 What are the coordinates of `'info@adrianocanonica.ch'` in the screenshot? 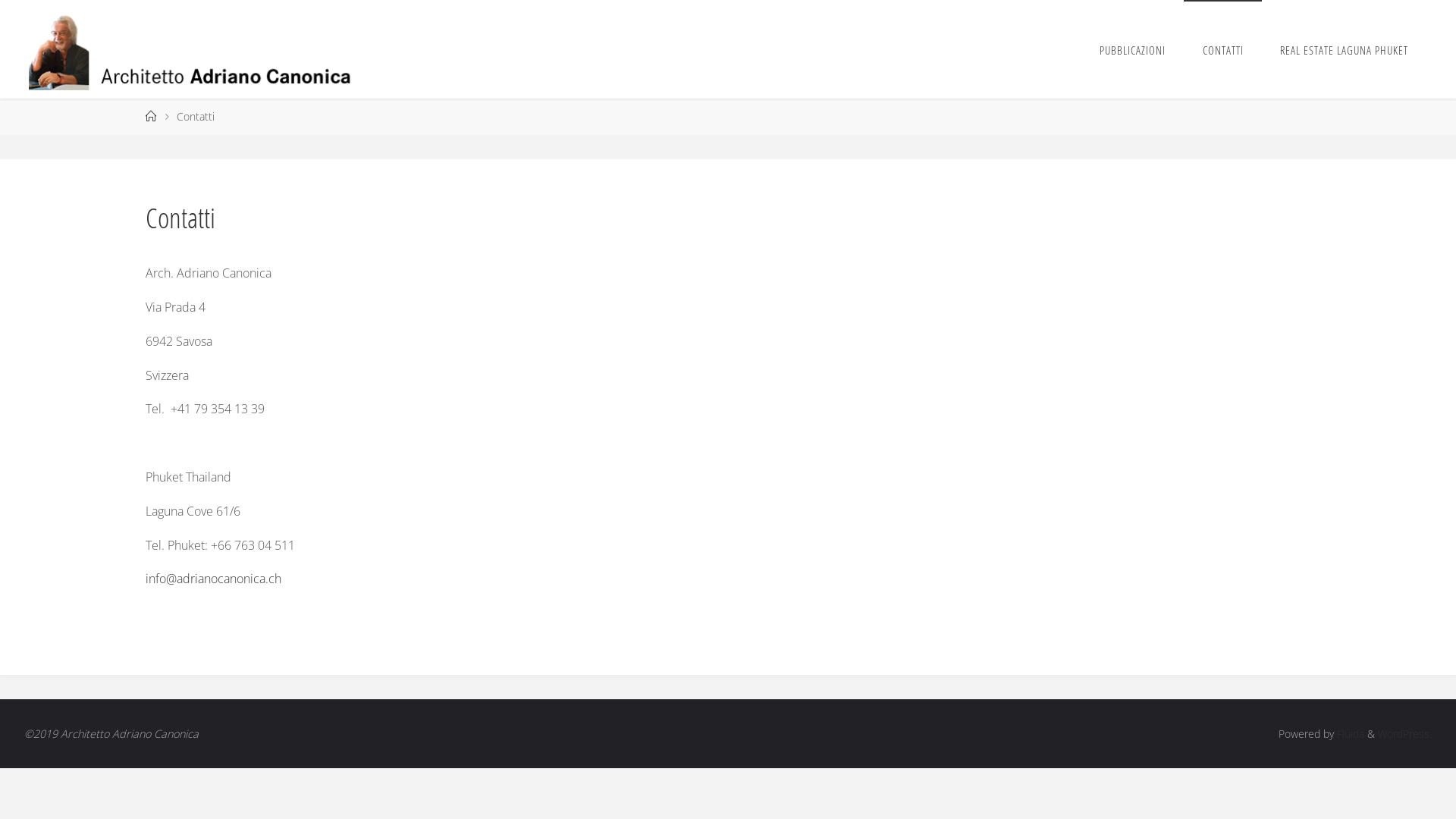 It's located at (212, 579).